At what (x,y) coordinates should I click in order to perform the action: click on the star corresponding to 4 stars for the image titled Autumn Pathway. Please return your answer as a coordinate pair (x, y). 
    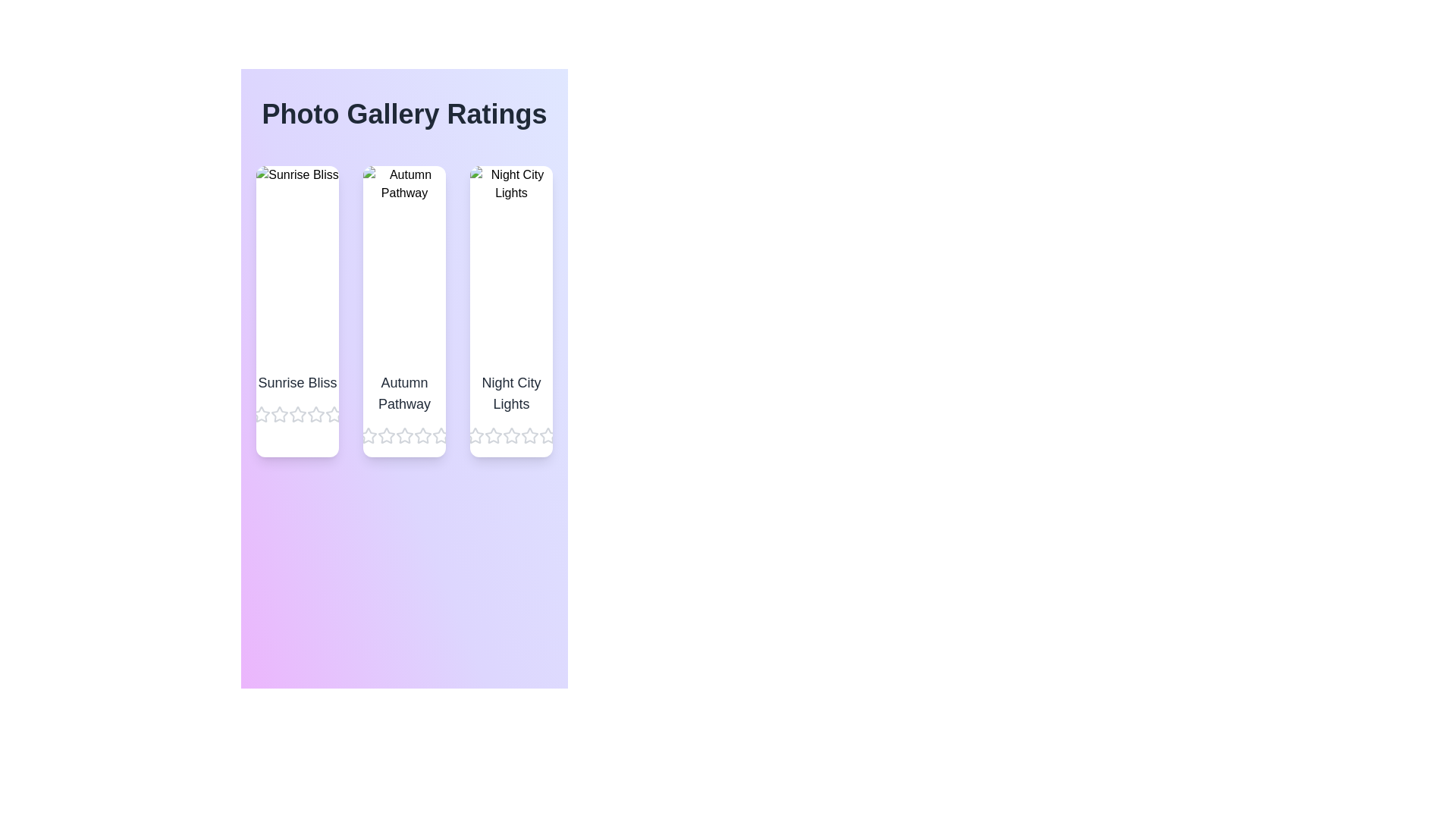
    Looking at the image, I should click on (422, 435).